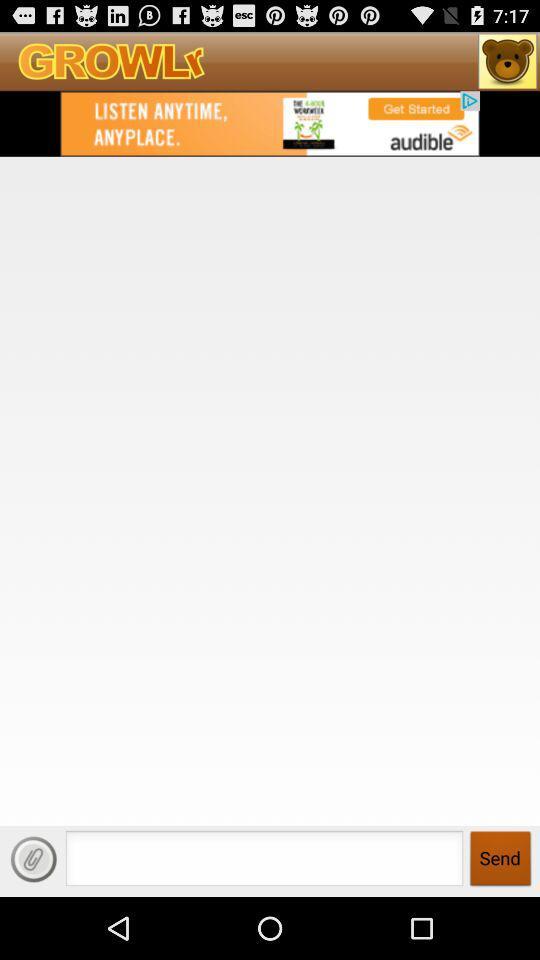 The height and width of the screenshot is (960, 540). What do you see at coordinates (270, 122) in the screenshot?
I see `open advertisement` at bounding box center [270, 122].